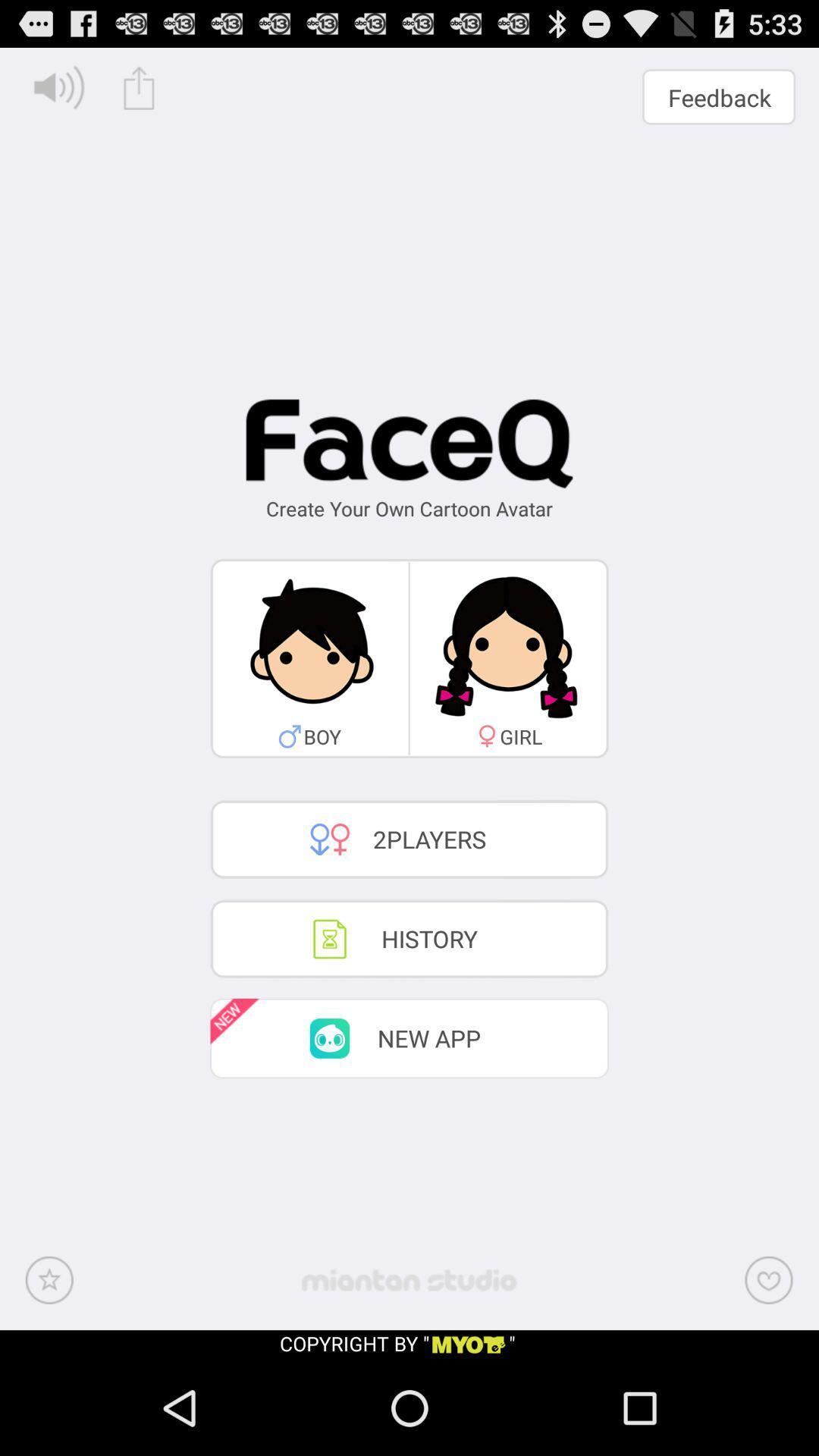 This screenshot has height=1456, width=819. I want to click on the bottom left icon, so click(49, 1279).